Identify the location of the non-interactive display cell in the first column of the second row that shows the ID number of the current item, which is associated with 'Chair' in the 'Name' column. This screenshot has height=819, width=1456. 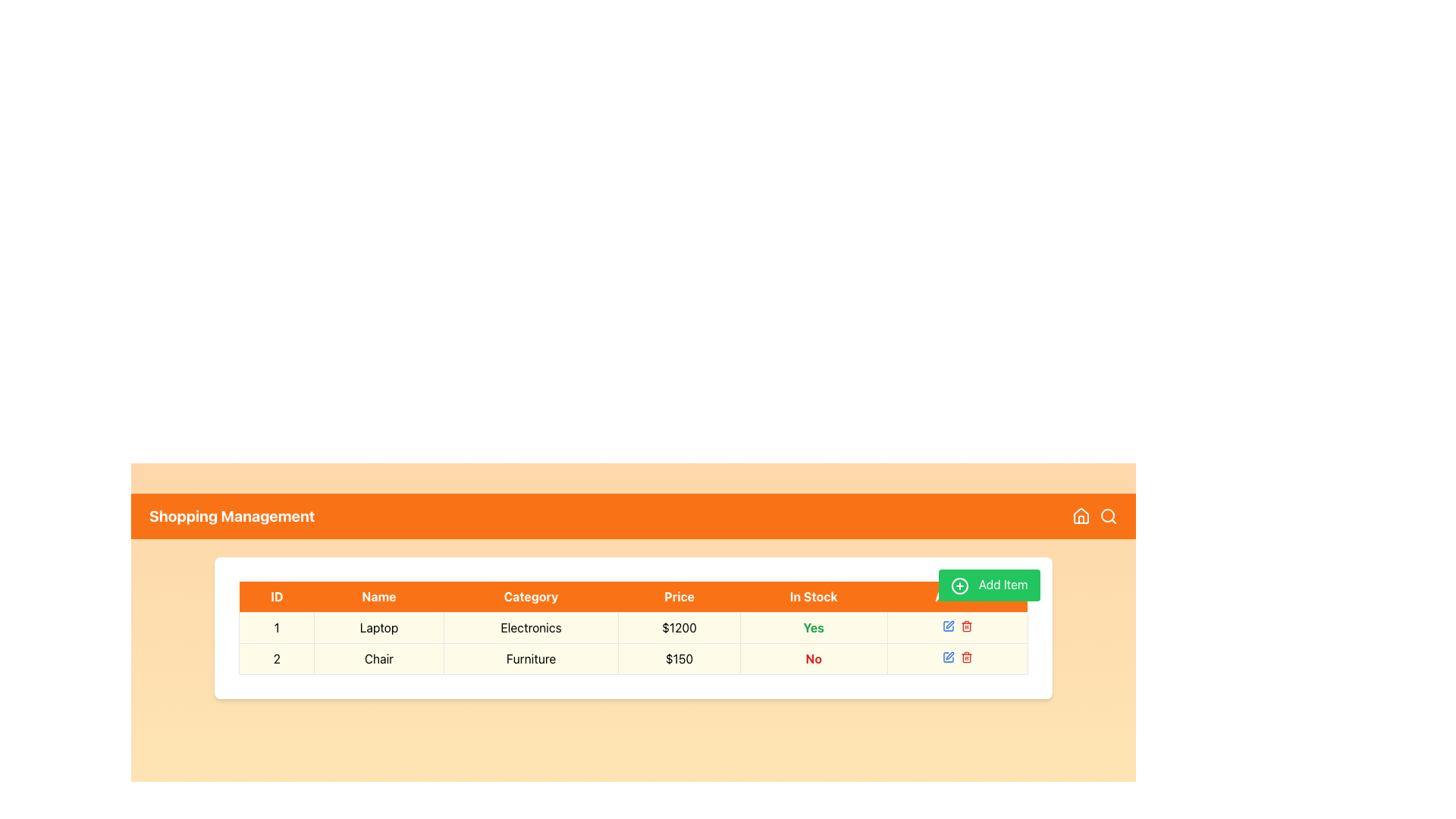
(277, 657).